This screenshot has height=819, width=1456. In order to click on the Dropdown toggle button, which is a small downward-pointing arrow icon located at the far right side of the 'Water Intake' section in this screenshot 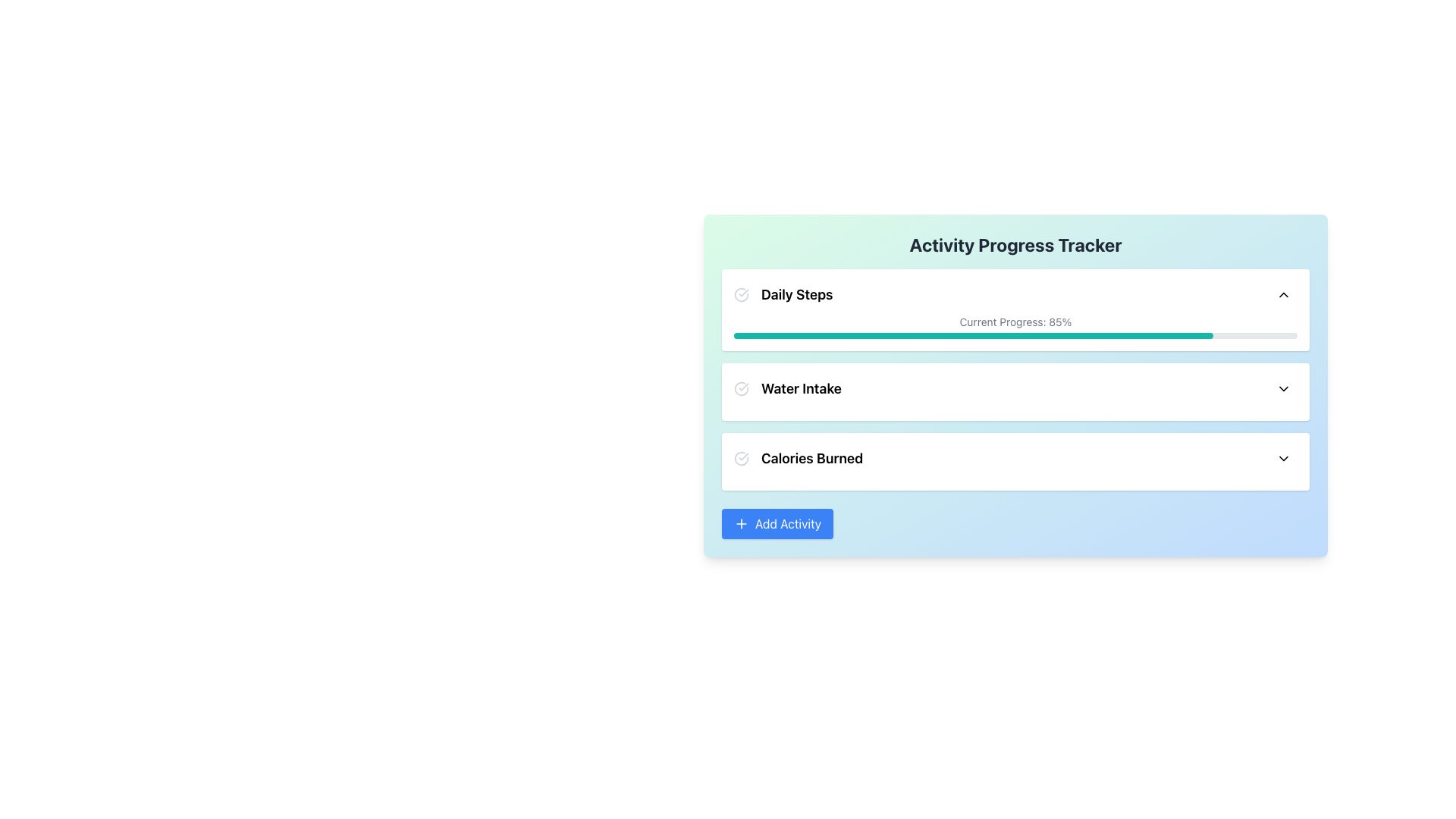, I will do `click(1283, 388)`.